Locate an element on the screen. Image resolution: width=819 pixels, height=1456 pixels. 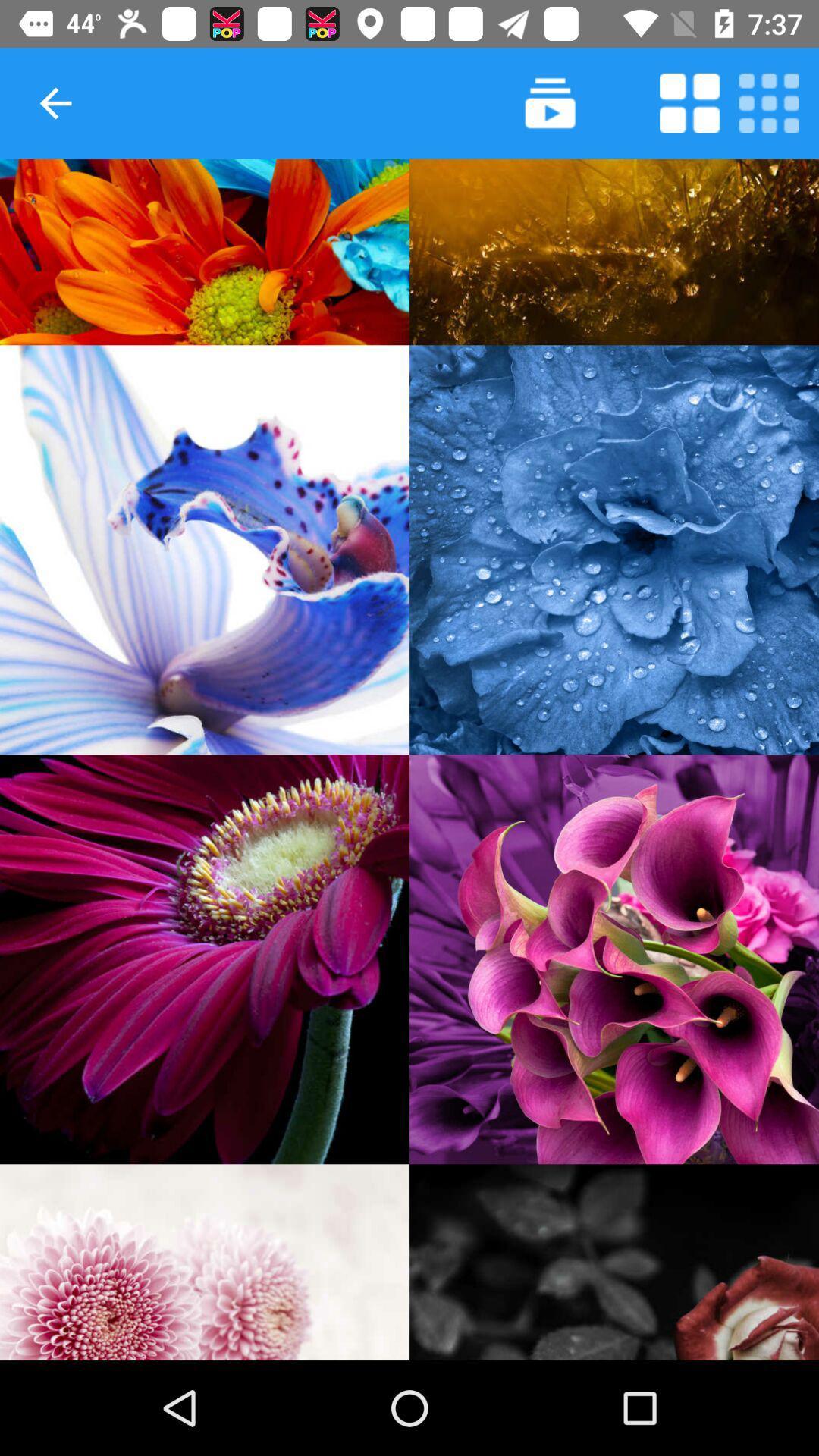
photo is located at coordinates (205, 959).